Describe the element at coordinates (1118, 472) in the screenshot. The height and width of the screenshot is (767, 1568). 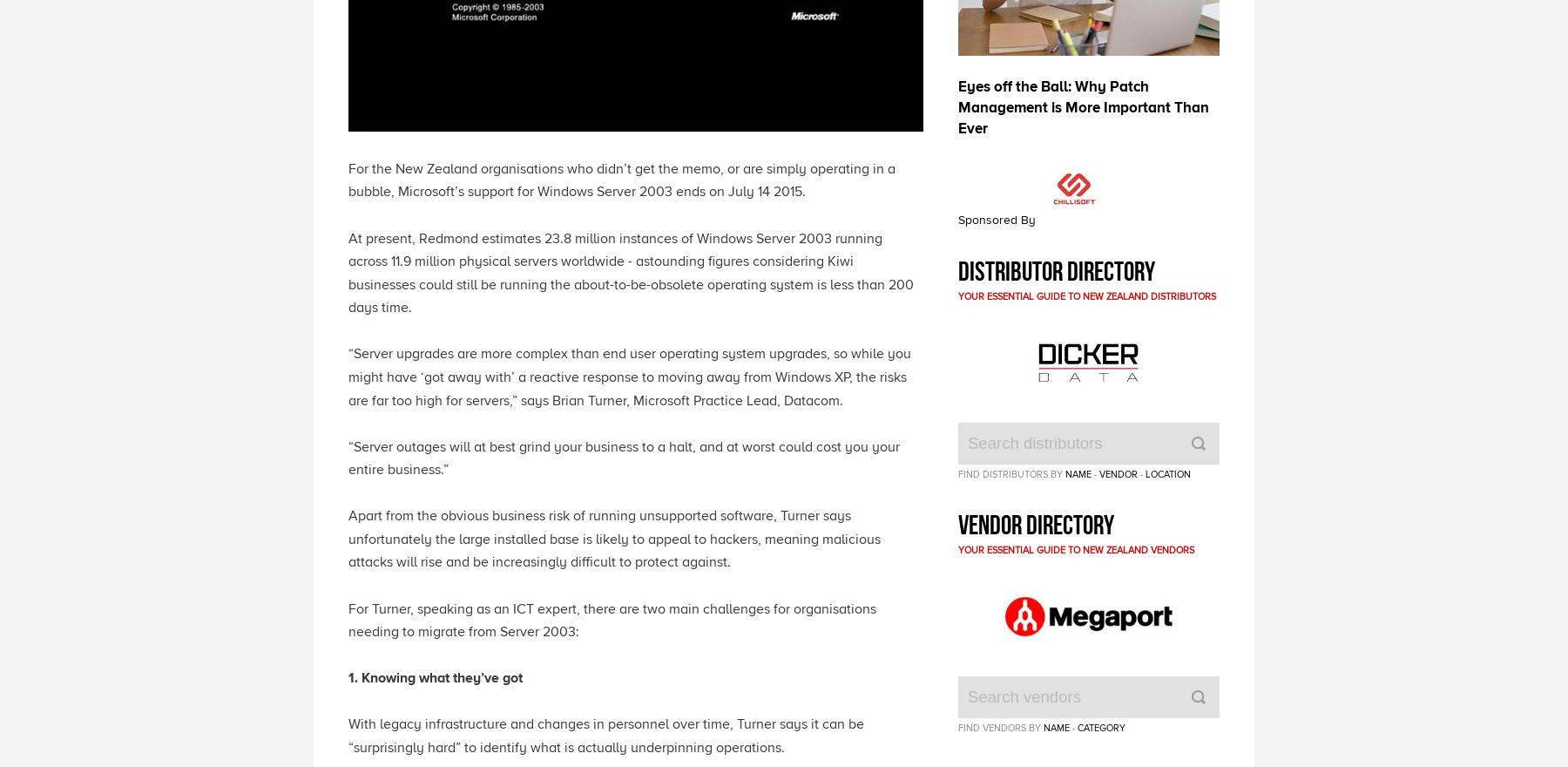
I see `'vendor'` at that location.